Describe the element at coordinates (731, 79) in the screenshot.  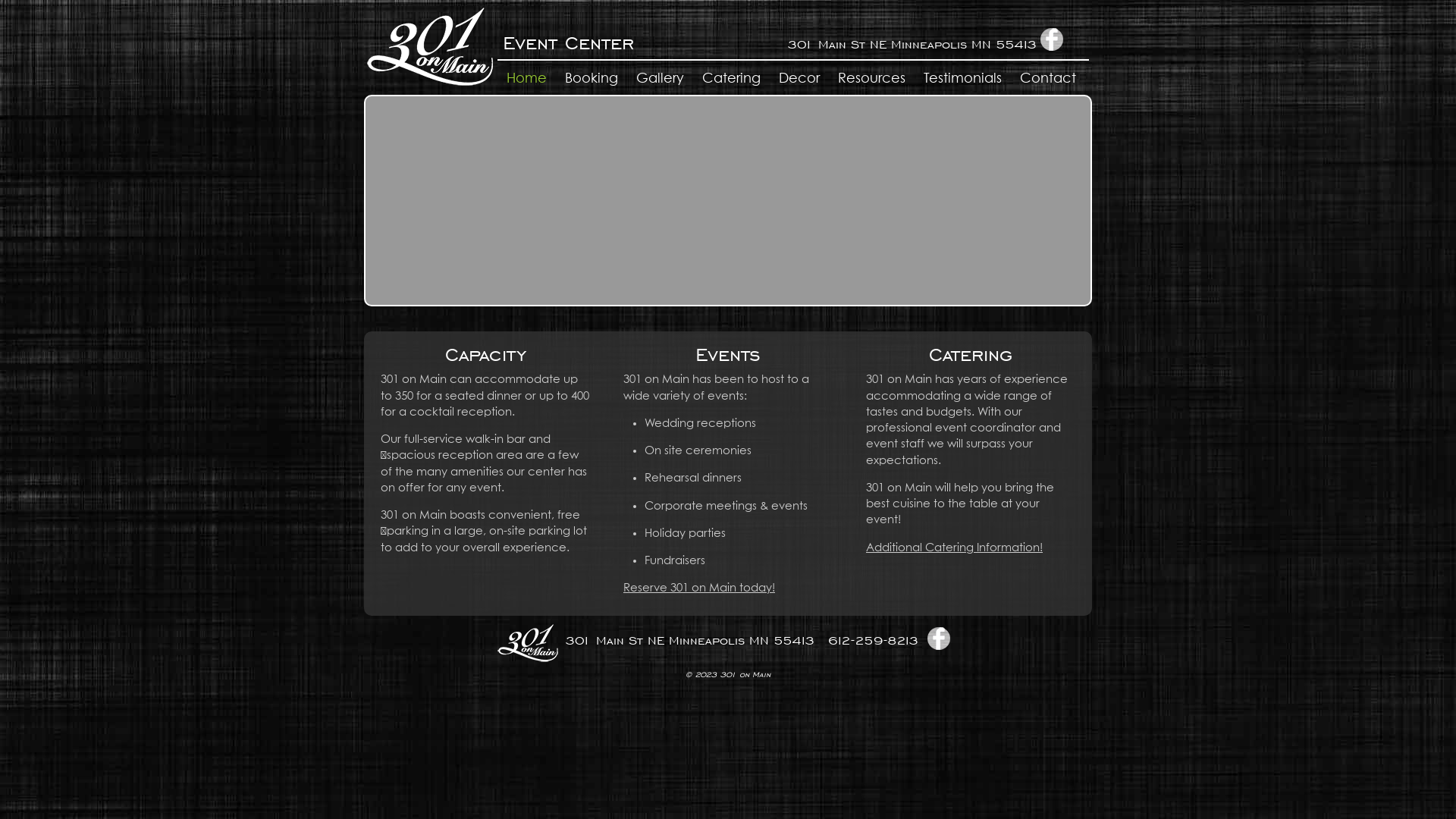
I see `'Catering'` at that location.